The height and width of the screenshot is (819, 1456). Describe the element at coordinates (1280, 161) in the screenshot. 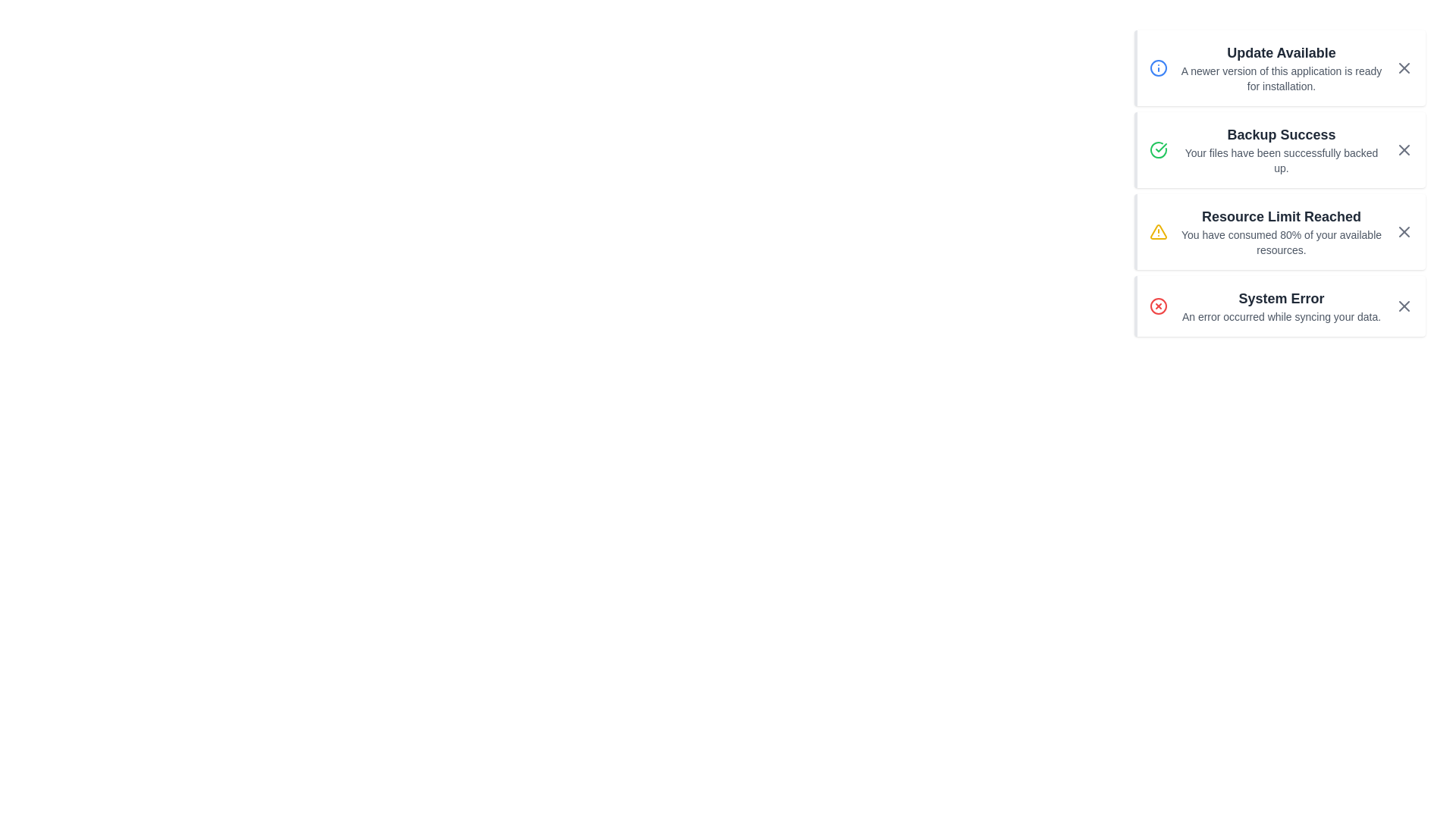

I see `the text label displaying 'Your files have been successfully backed up.' within the 'Backup Success' notification card` at that location.